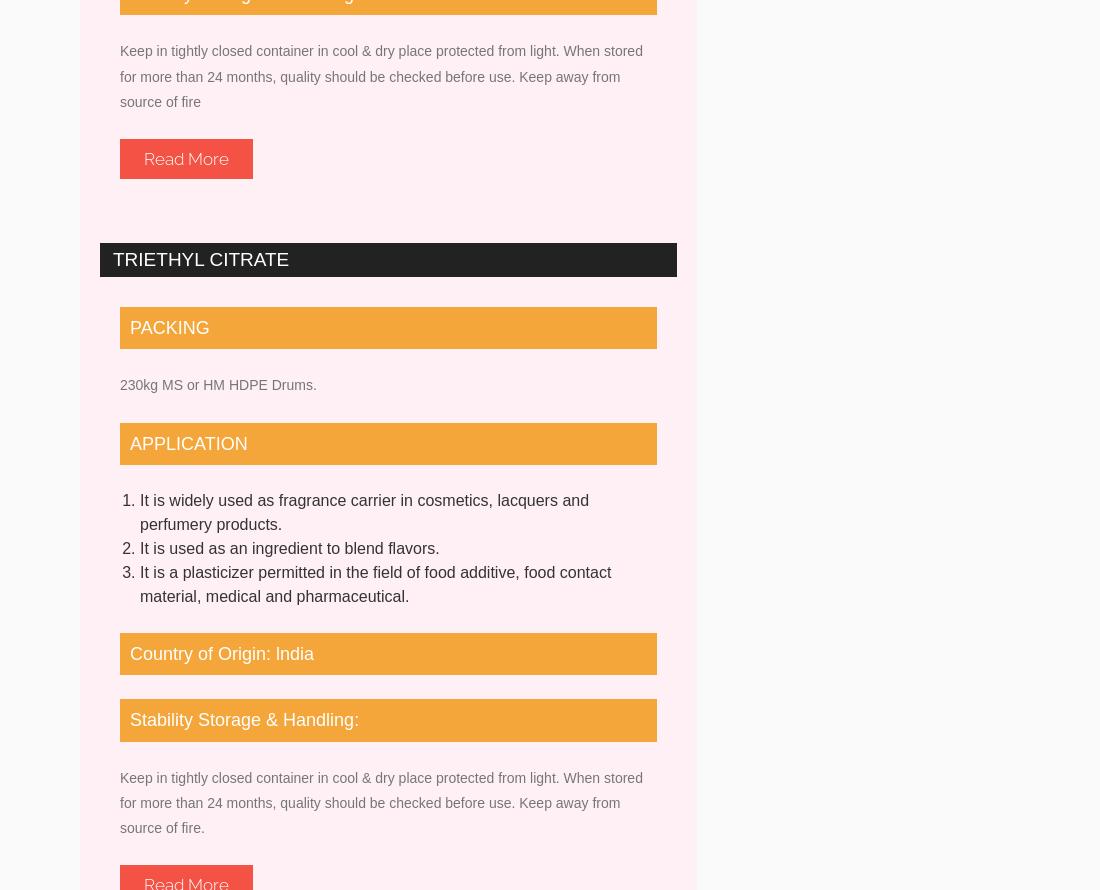 The image size is (1100, 890). I want to click on '230kg MS or HM HDPE Drums.', so click(218, 384).